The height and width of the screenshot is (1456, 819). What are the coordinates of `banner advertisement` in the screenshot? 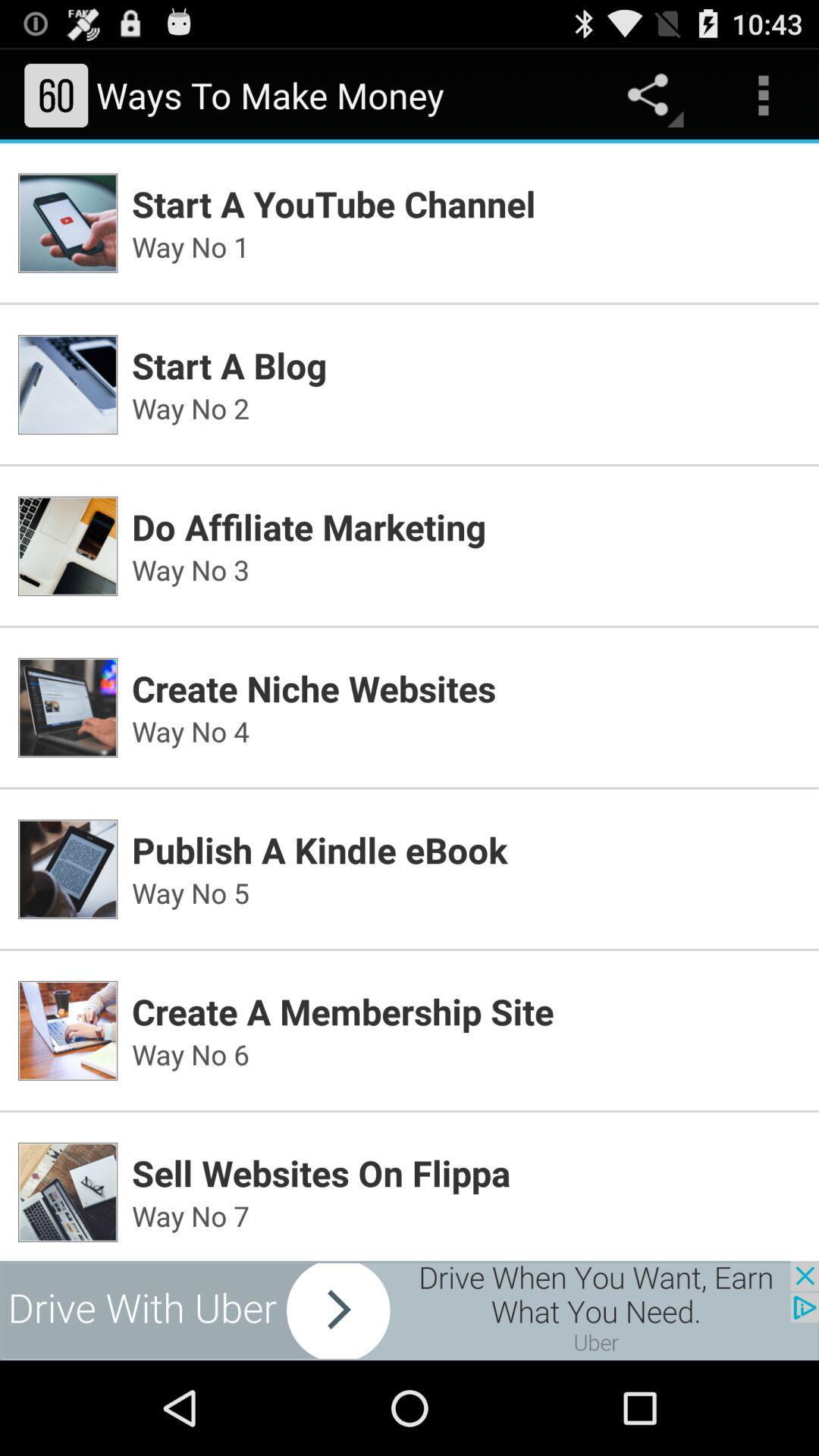 It's located at (409, 1310).